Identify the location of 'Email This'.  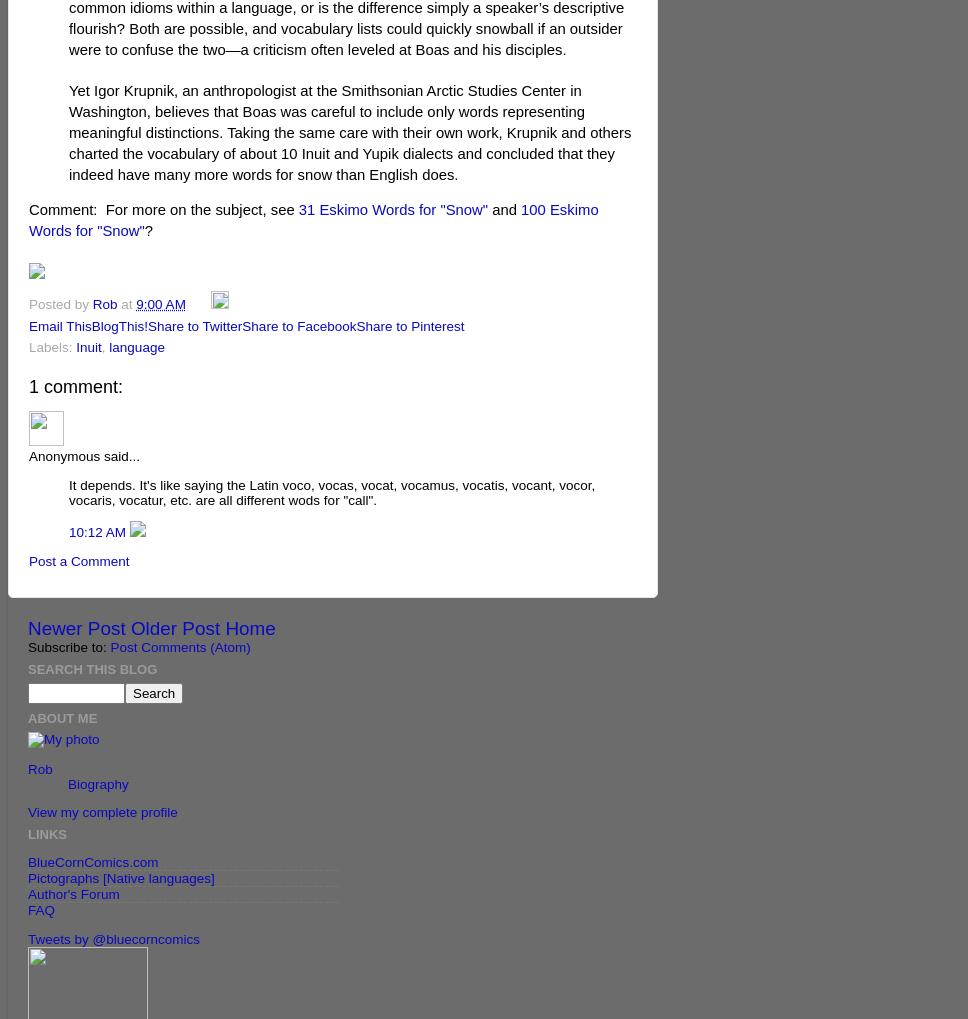
(59, 325).